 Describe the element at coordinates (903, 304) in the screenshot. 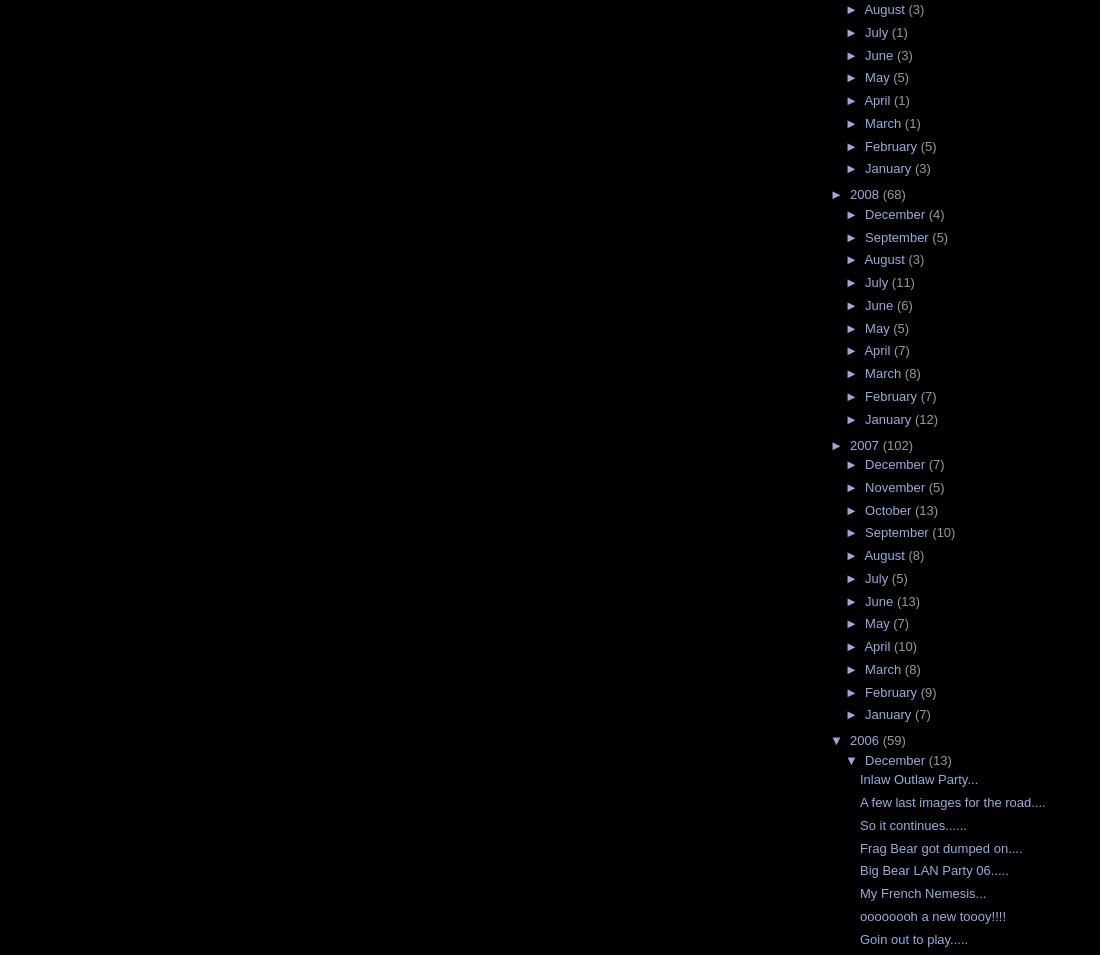

I see `'(6)'` at that location.